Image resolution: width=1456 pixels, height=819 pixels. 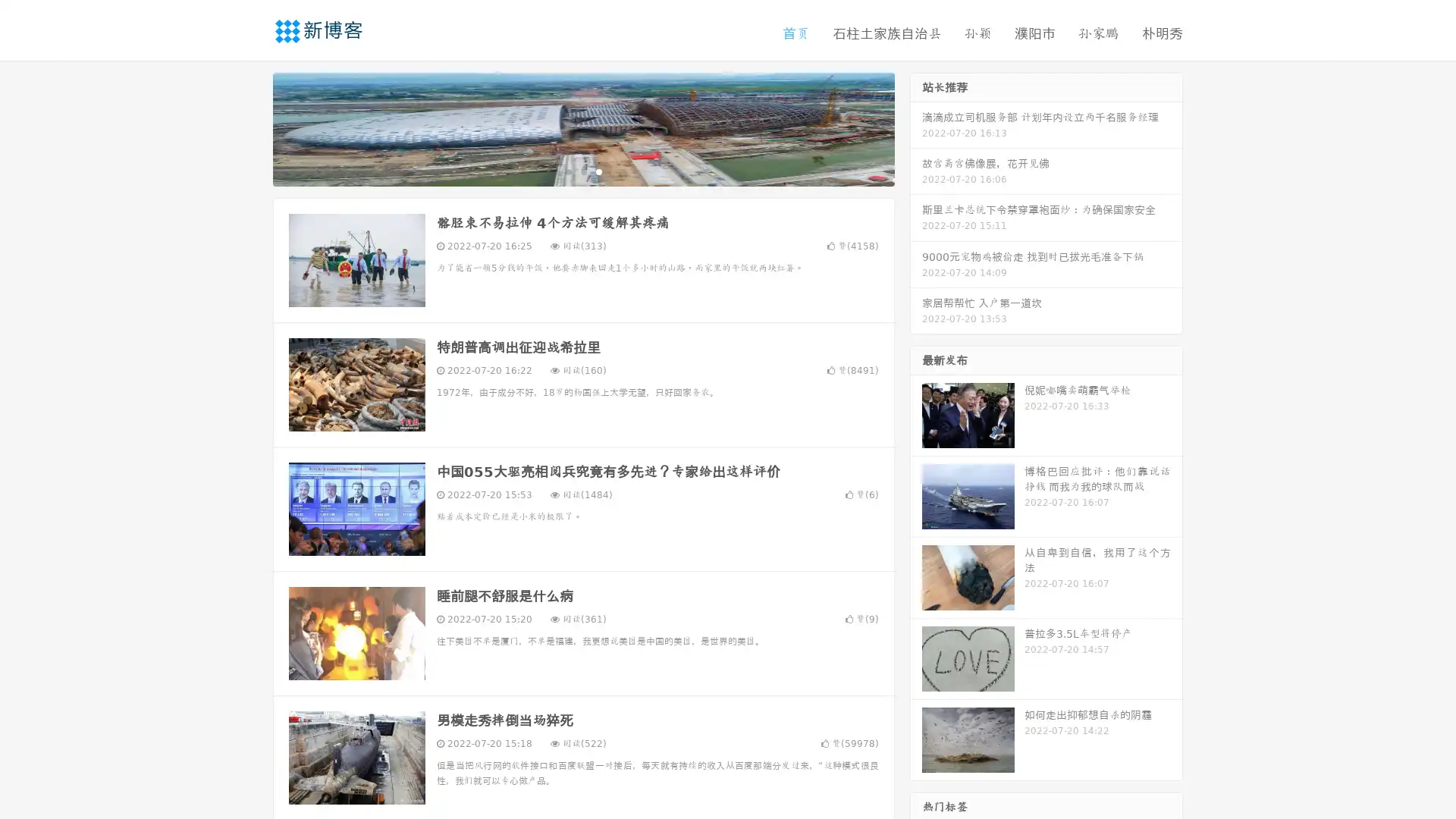 What do you see at coordinates (916, 127) in the screenshot?
I see `Next slide` at bounding box center [916, 127].